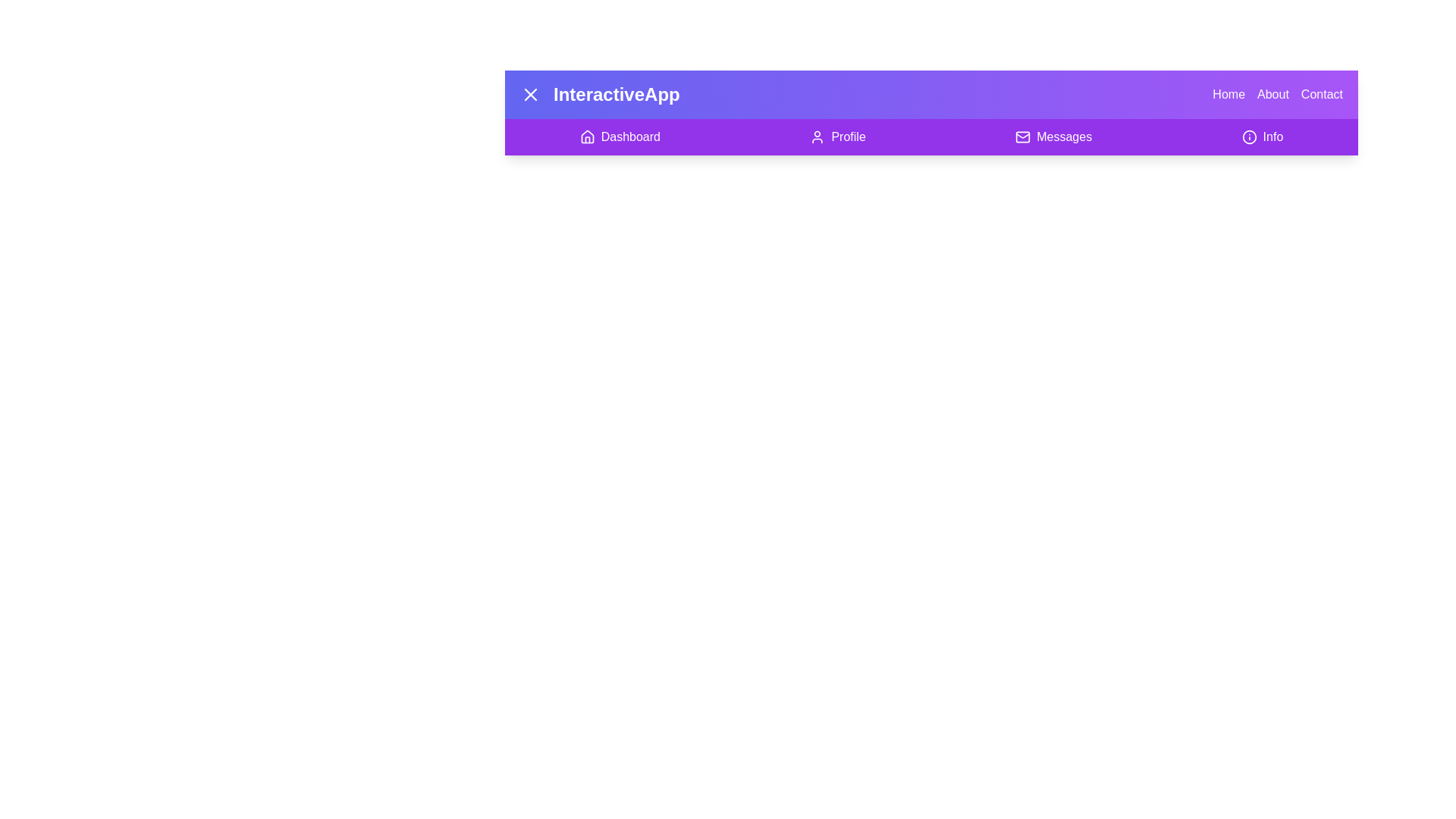  I want to click on the button labeled Contact to observe its hover effect, so click(1321, 94).